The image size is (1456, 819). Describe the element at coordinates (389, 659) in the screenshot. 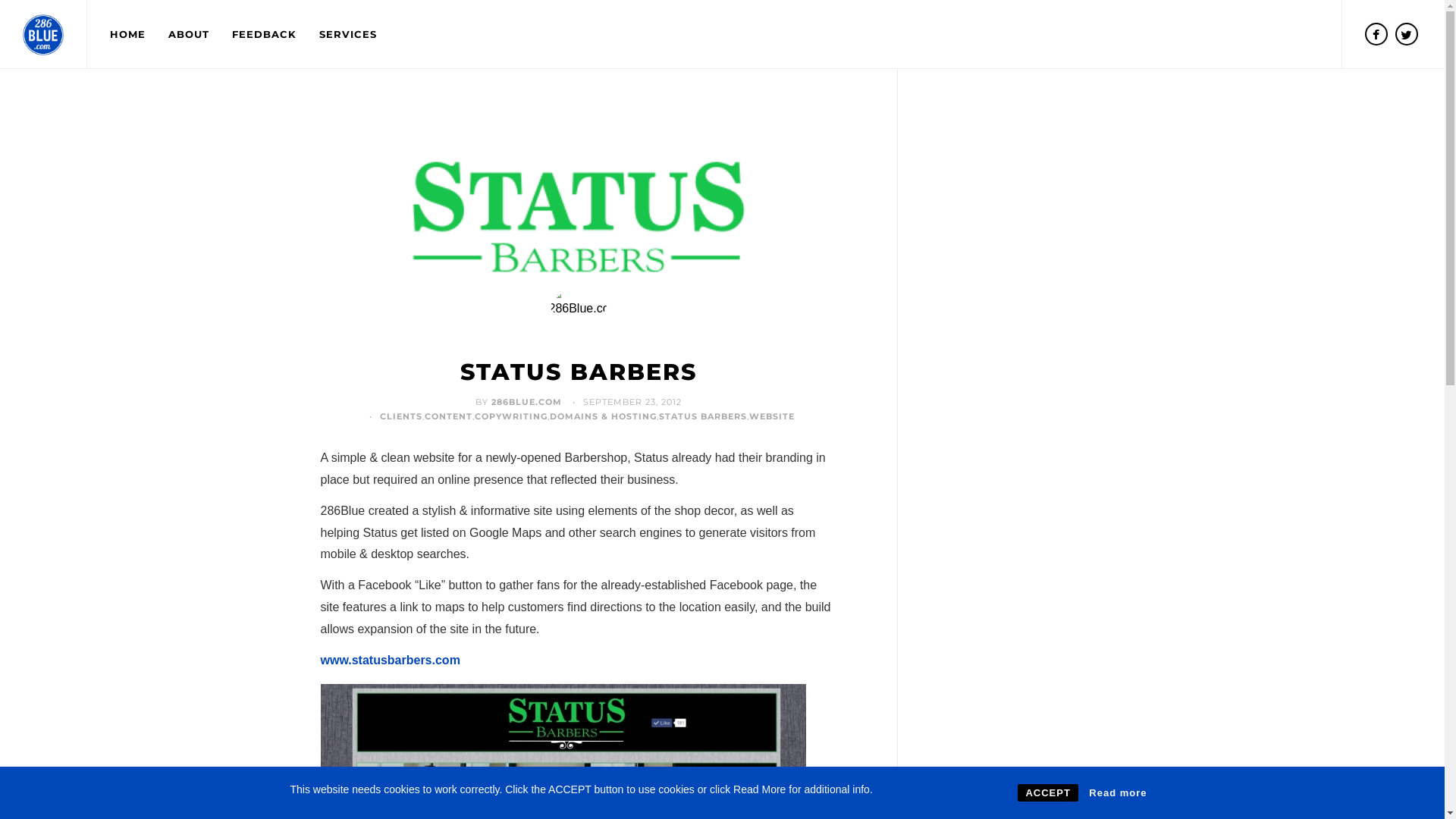

I see `'www.statusbarbers.com'` at that location.